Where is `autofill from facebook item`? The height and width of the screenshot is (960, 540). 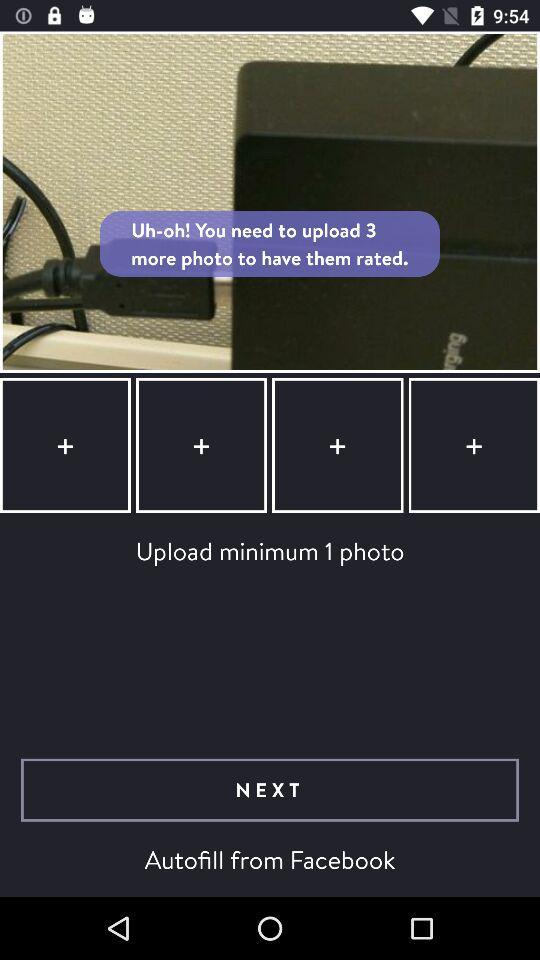 autofill from facebook item is located at coordinates (270, 858).